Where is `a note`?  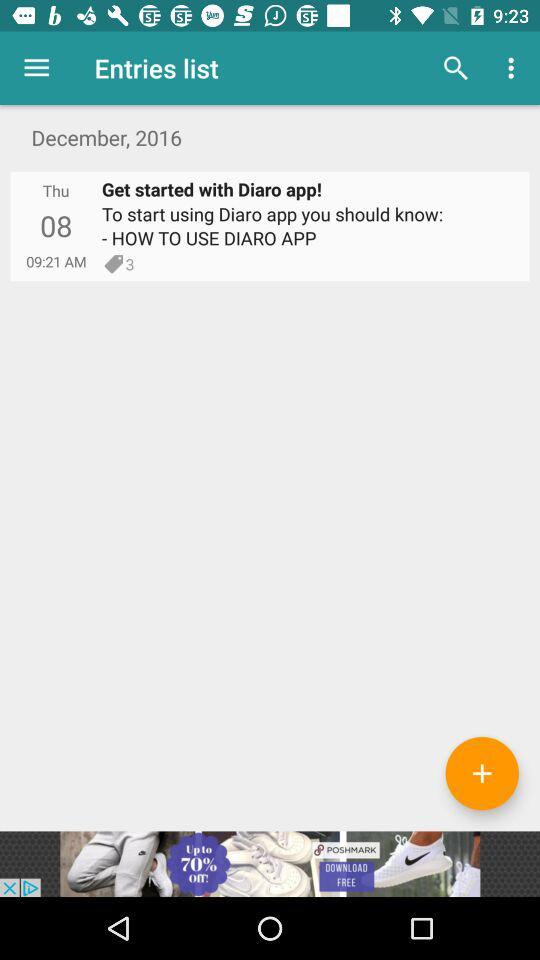 a note is located at coordinates (481, 772).